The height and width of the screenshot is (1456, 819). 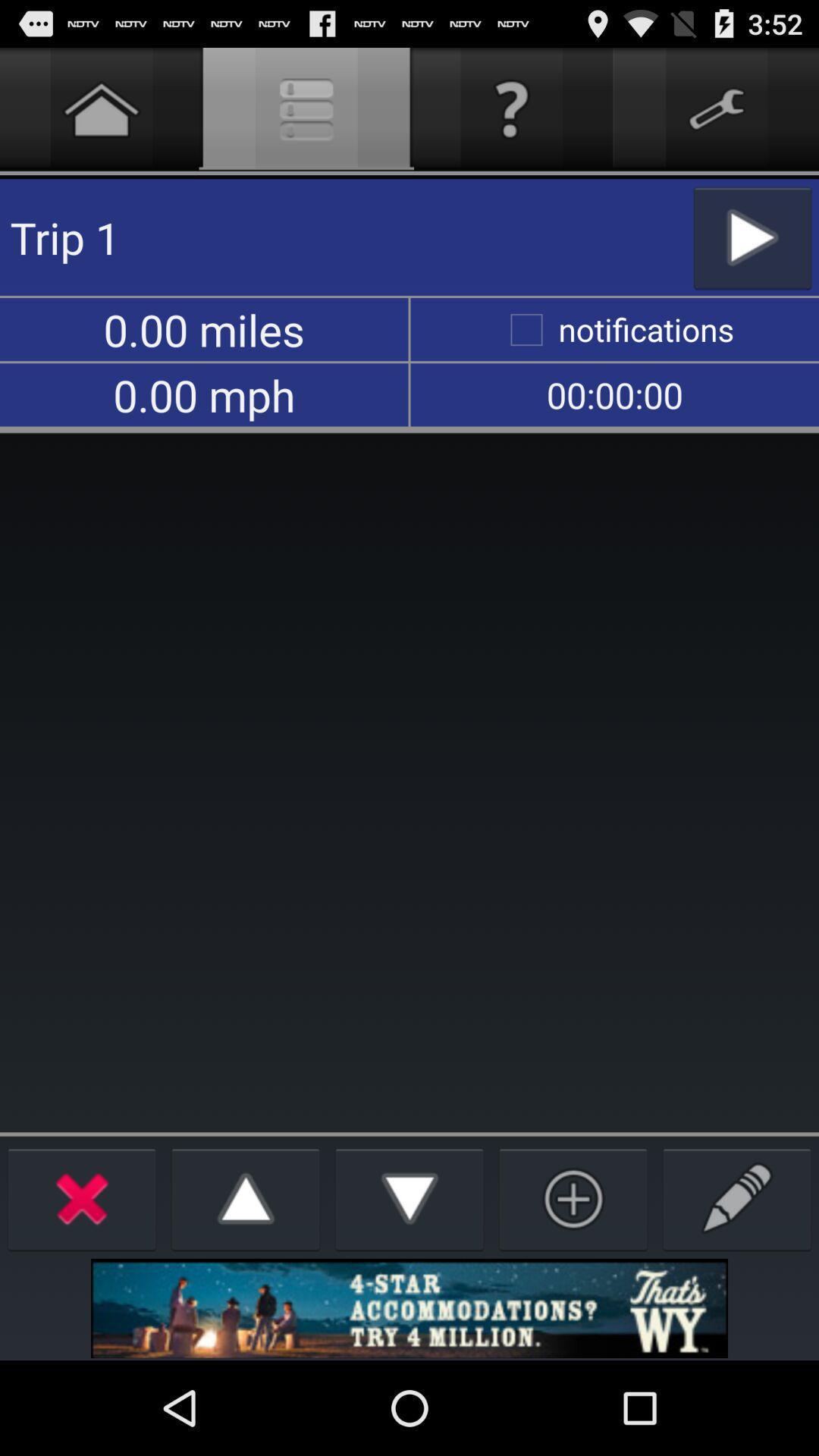 What do you see at coordinates (573, 1282) in the screenshot?
I see `the add icon` at bounding box center [573, 1282].